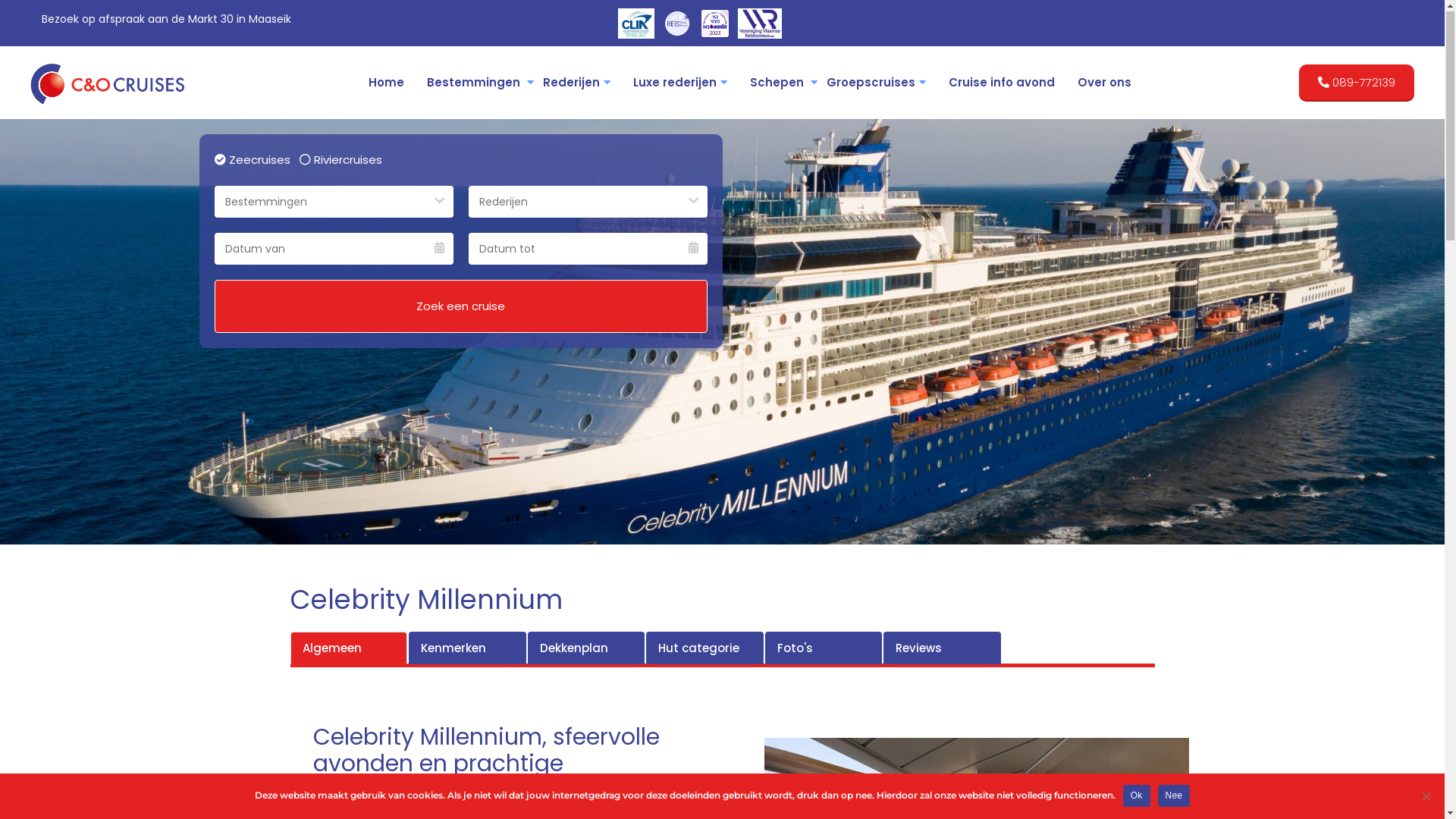 This screenshot has height=819, width=1456. Describe the element at coordinates (1357, 83) in the screenshot. I see `'089-772139'` at that location.